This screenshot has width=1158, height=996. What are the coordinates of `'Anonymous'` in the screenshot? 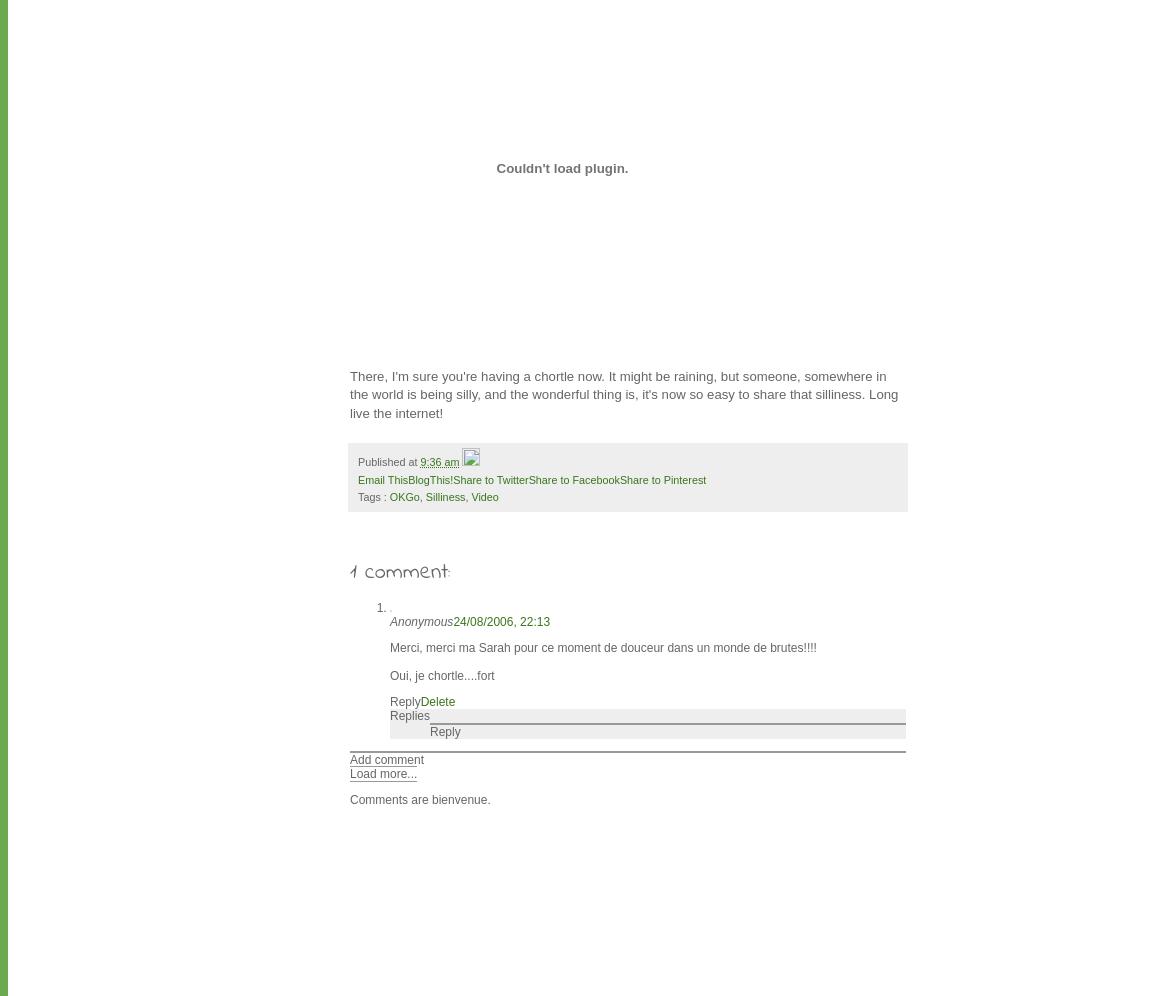 It's located at (389, 622).